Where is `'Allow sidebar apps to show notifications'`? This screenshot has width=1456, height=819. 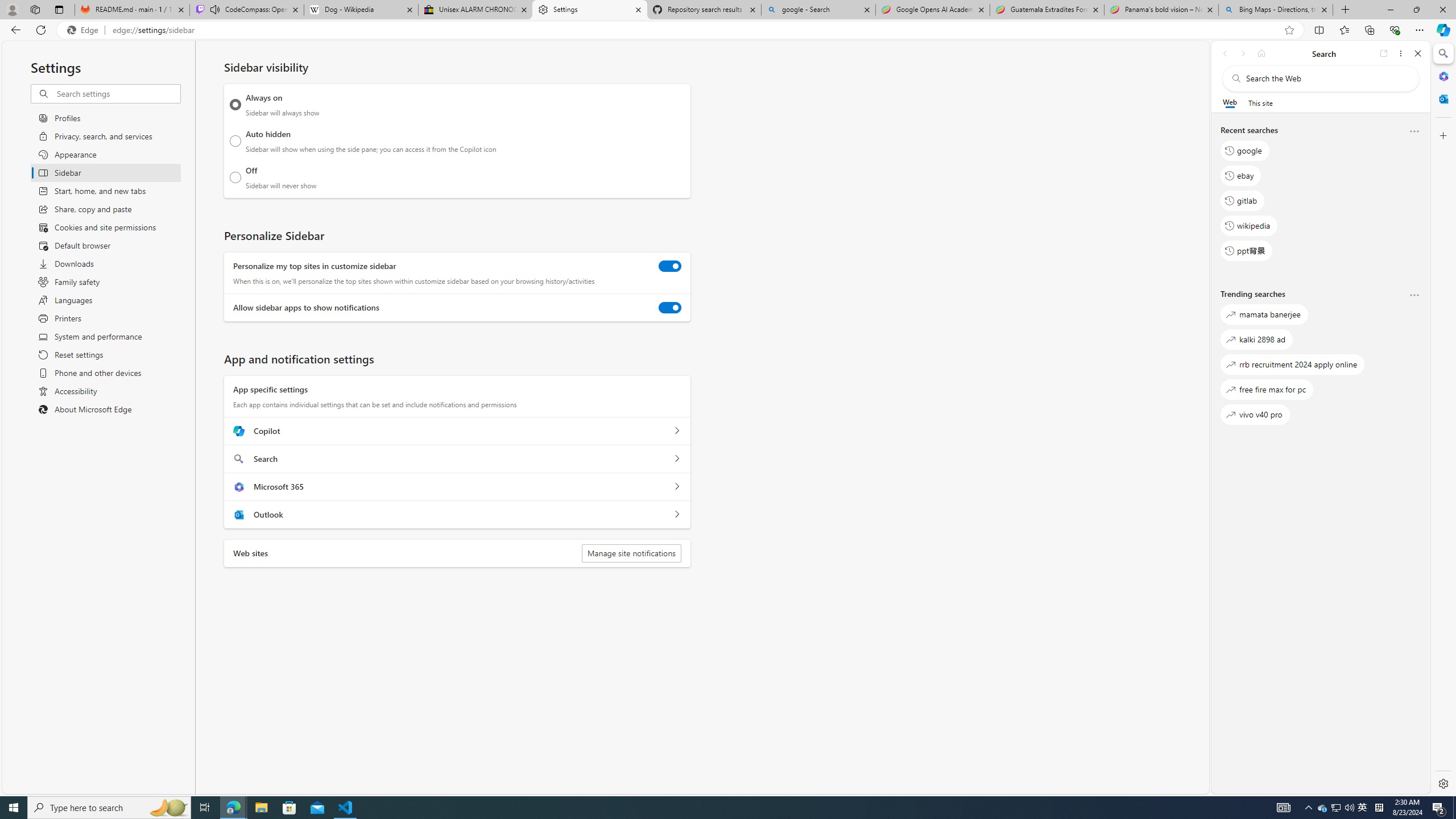 'Allow sidebar apps to show notifications' is located at coordinates (669, 307).